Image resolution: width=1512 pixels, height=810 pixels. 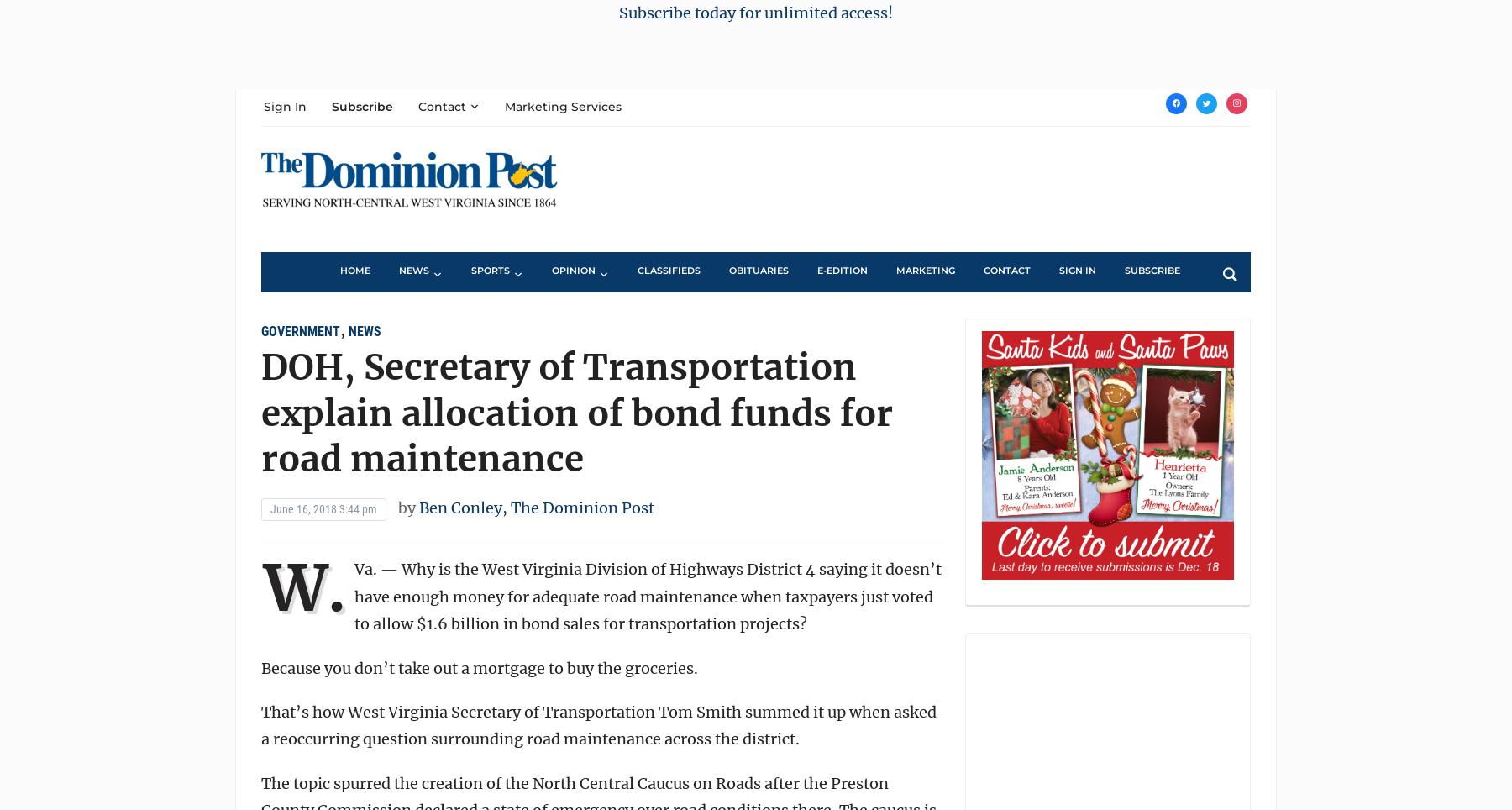 What do you see at coordinates (1078, 270) in the screenshot?
I see `'Sign In'` at bounding box center [1078, 270].